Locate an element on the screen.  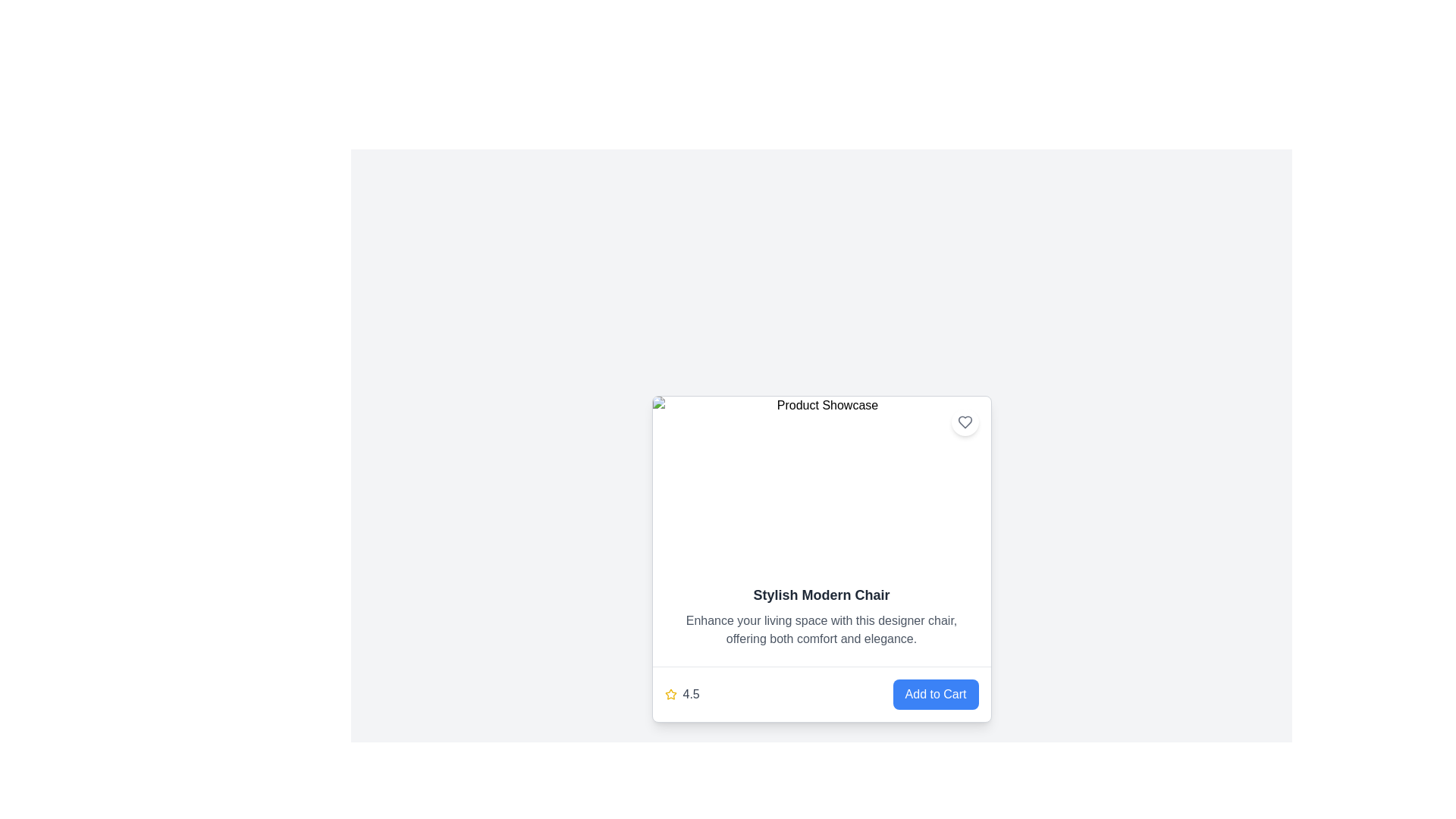
the heart-shaped icon located at the top-right corner of the product card is located at coordinates (964, 422).